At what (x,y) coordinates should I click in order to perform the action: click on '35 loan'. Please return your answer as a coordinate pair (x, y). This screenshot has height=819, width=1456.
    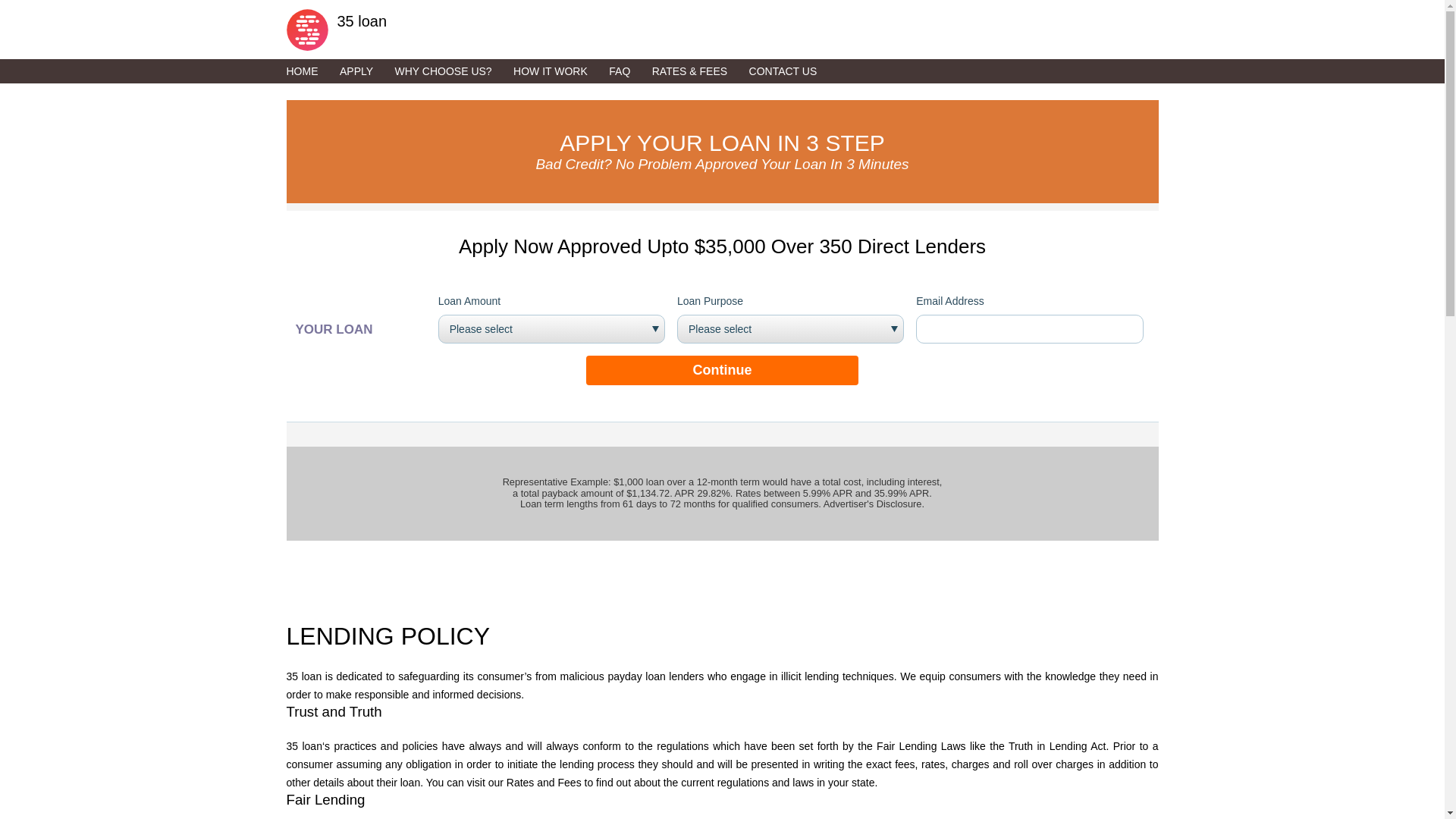
    Looking at the image, I should click on (287, 25).